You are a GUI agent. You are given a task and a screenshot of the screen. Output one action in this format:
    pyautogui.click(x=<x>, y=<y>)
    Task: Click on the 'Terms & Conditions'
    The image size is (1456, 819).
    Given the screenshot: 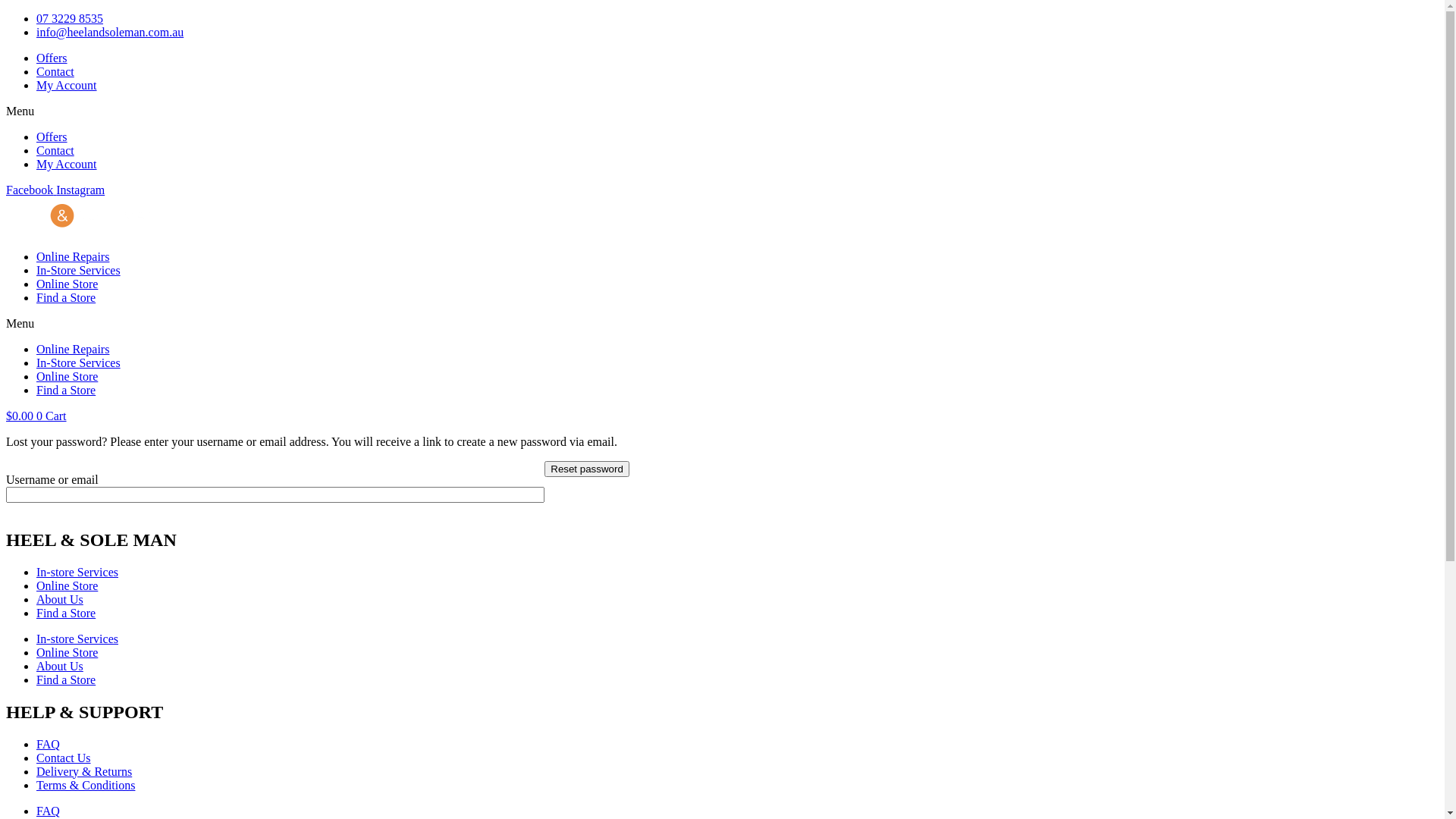 What is the action you would take?
    pyautogui.click(x=85, y=785)
    